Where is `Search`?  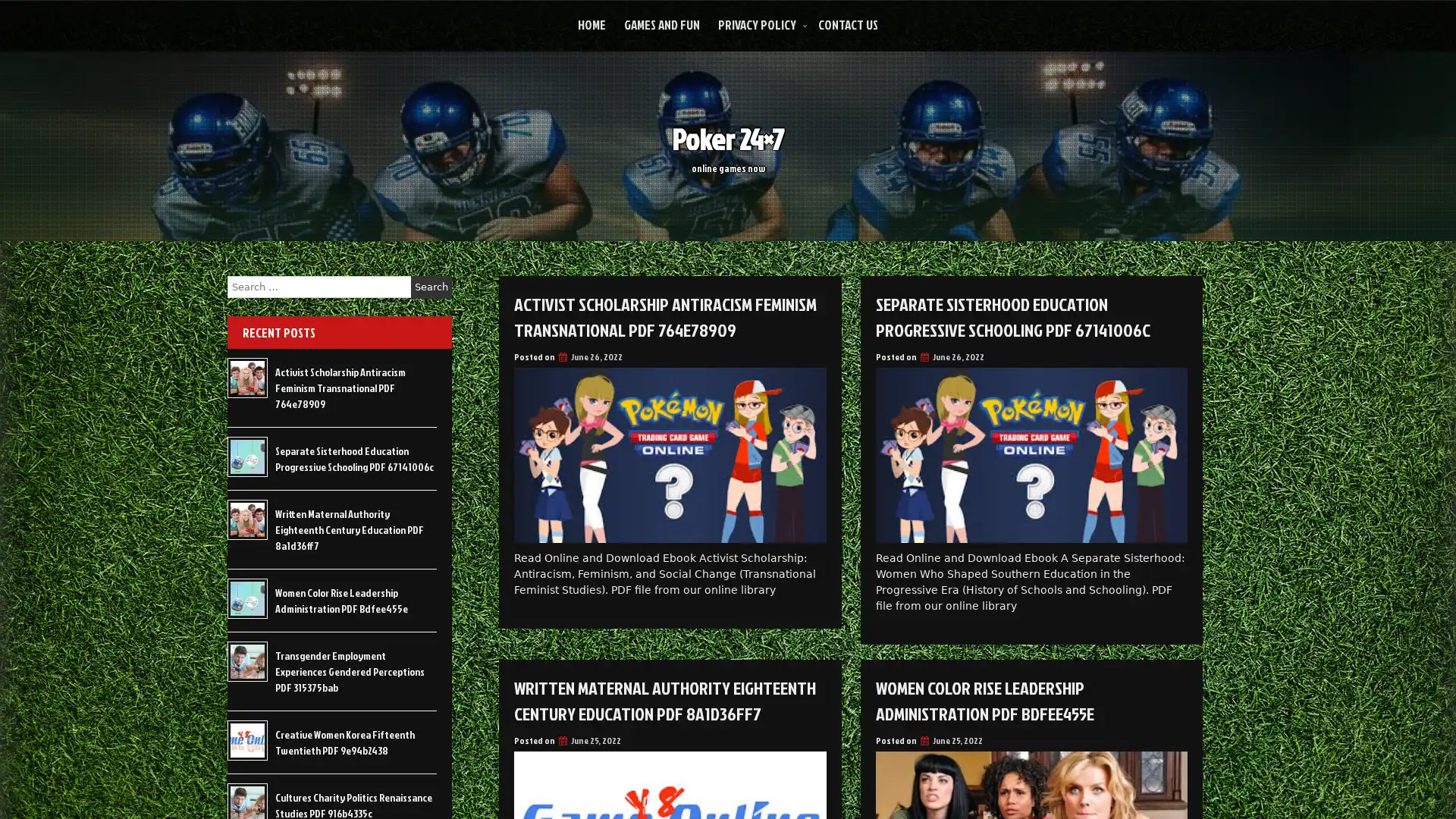
Search is located at coordinates (431, 287).